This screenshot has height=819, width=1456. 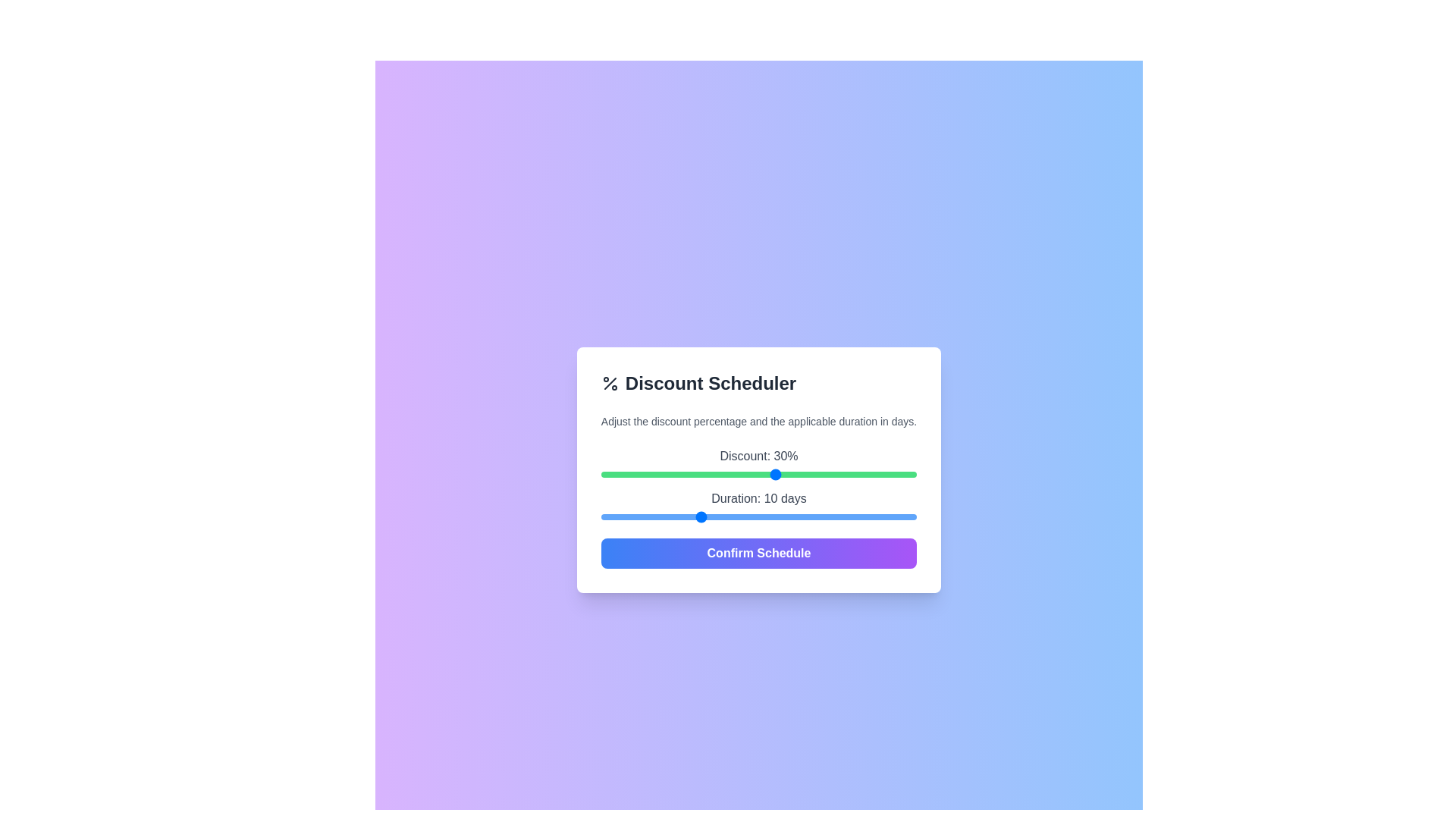 I want to click on the discount slider to 31%, so click(x=783, y=473).